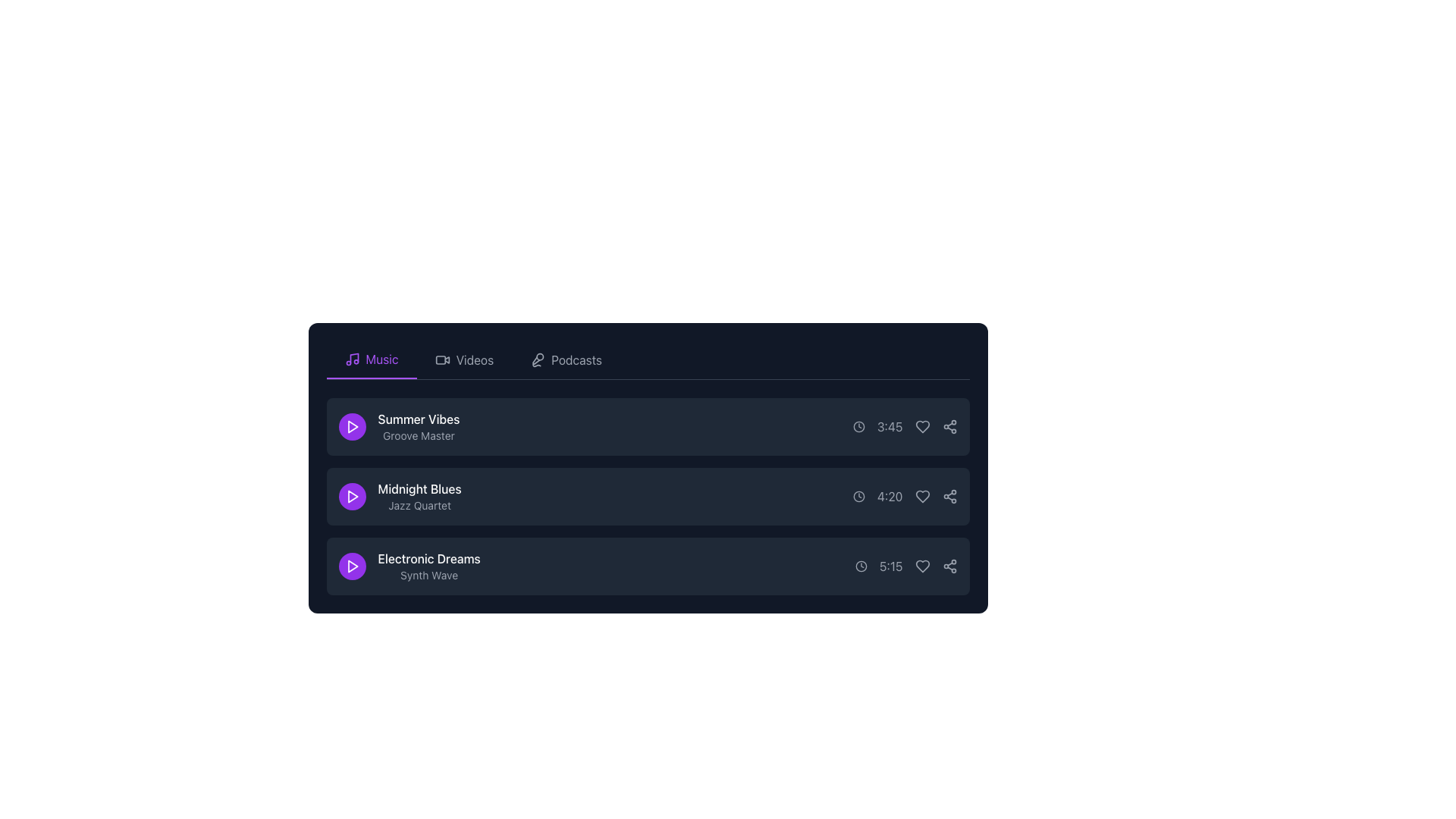  Describe the element at coordinates (891, 566) in the screenshot. I see `displayed duration from the Label/Text Display showing '5:15' in light-gray color, positioned in the third row of the audio track list` at that location.